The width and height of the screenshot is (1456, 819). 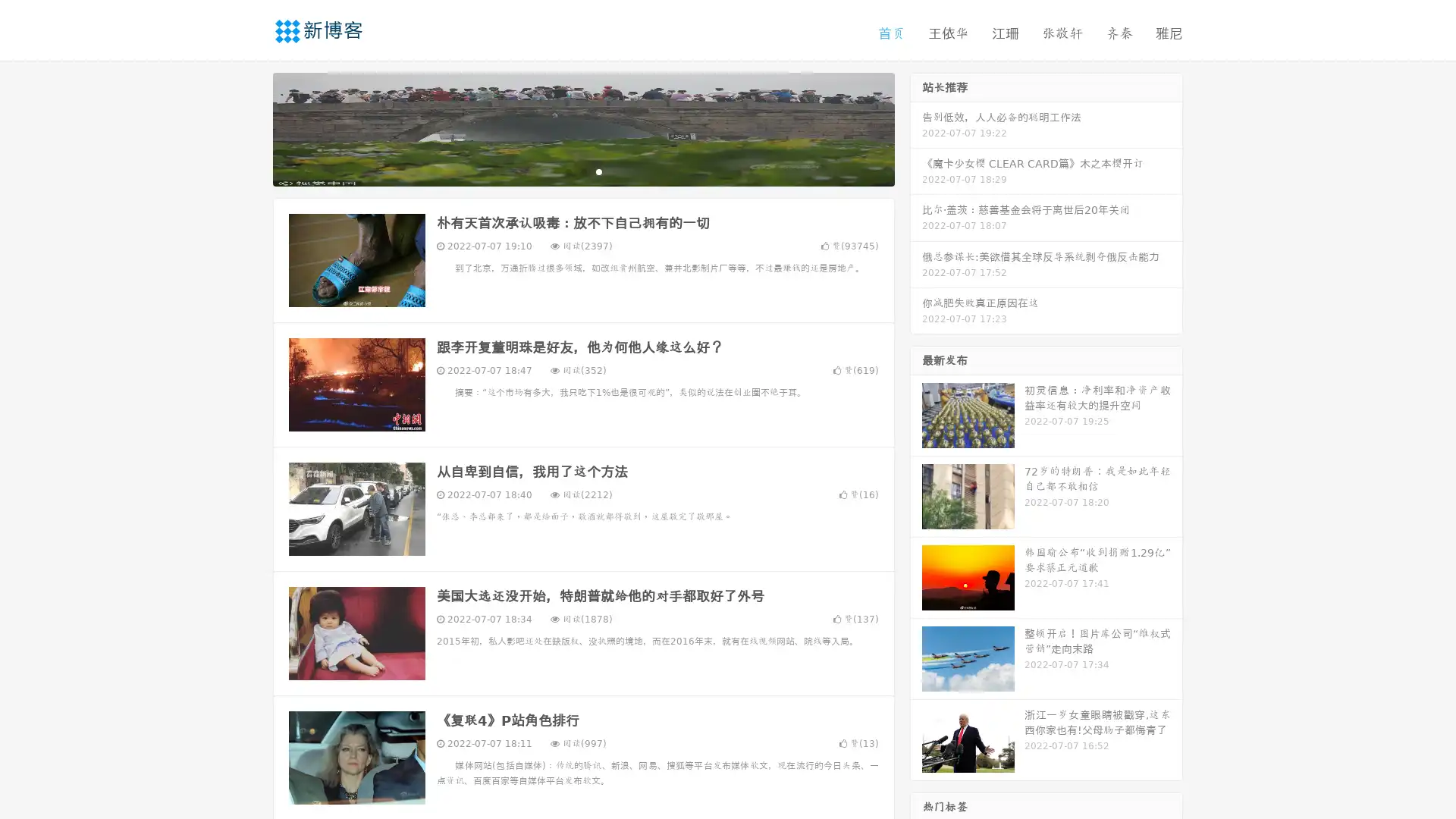 What do you see at coordinates (916, 127) in the screenshot?
I see `Next slide` at bounding box center [916, 127].